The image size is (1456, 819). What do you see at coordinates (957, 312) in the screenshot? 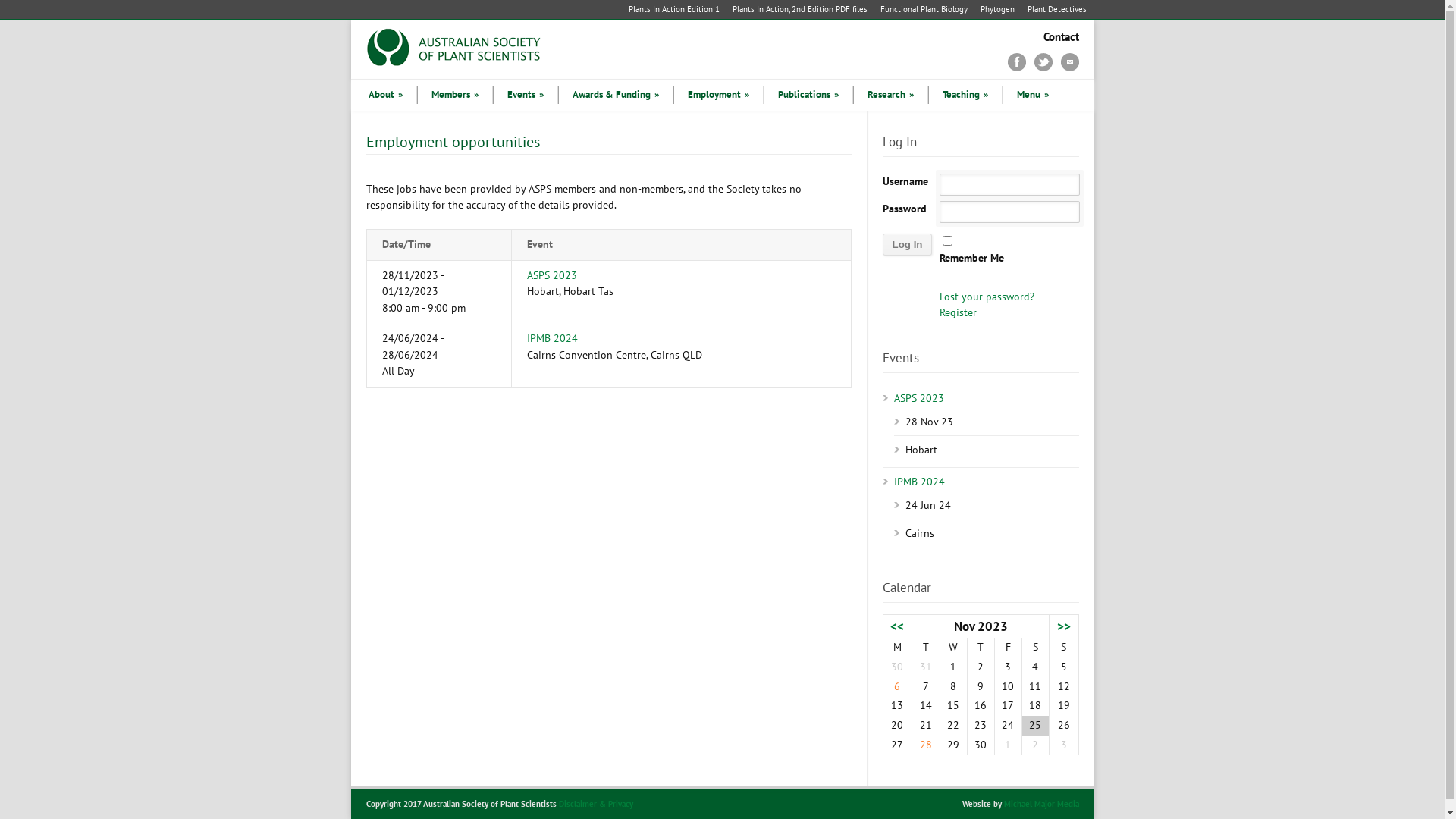
I see `'Register'` at bounding box center [957, 312].